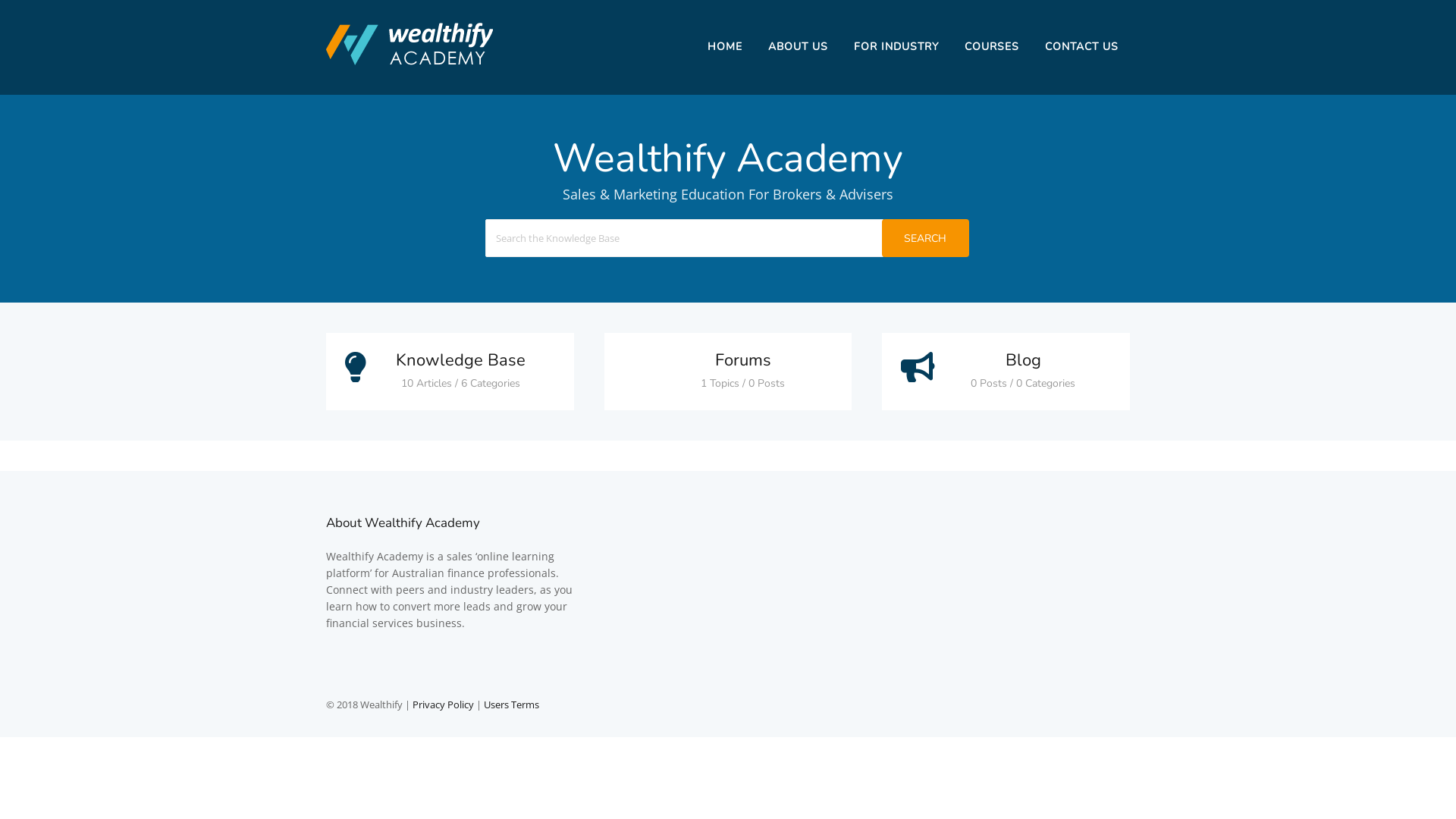 This screenshot has width=1456, height=819. Describe the element at coordinates (449, 371) in the screenshot. I see `'Knowledge Base` at that location.